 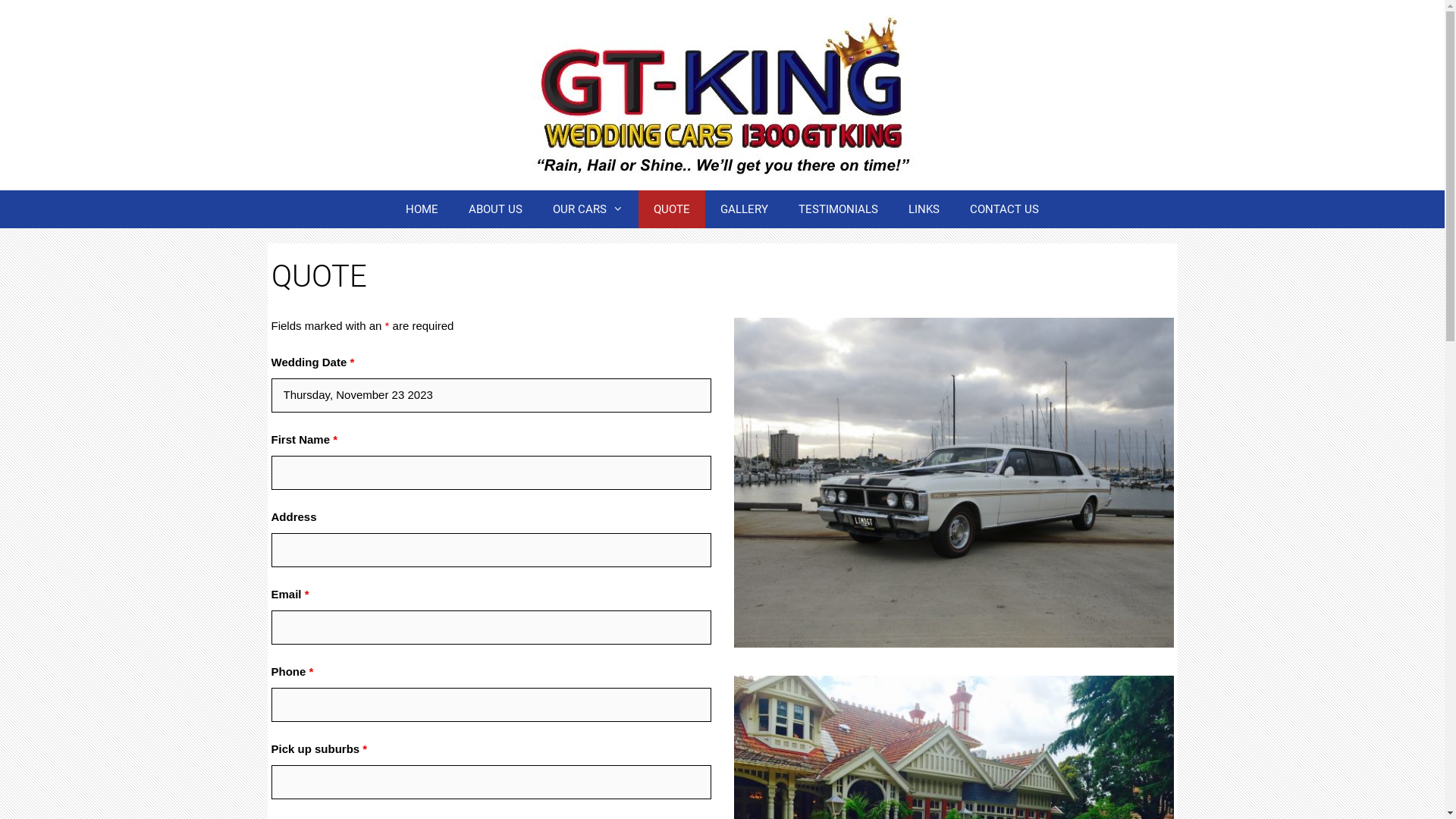 What do you see at coordinates (837, 209) in the screenshot?
I see `'TESTIMONIALS'` at bounding box center [837, 209].